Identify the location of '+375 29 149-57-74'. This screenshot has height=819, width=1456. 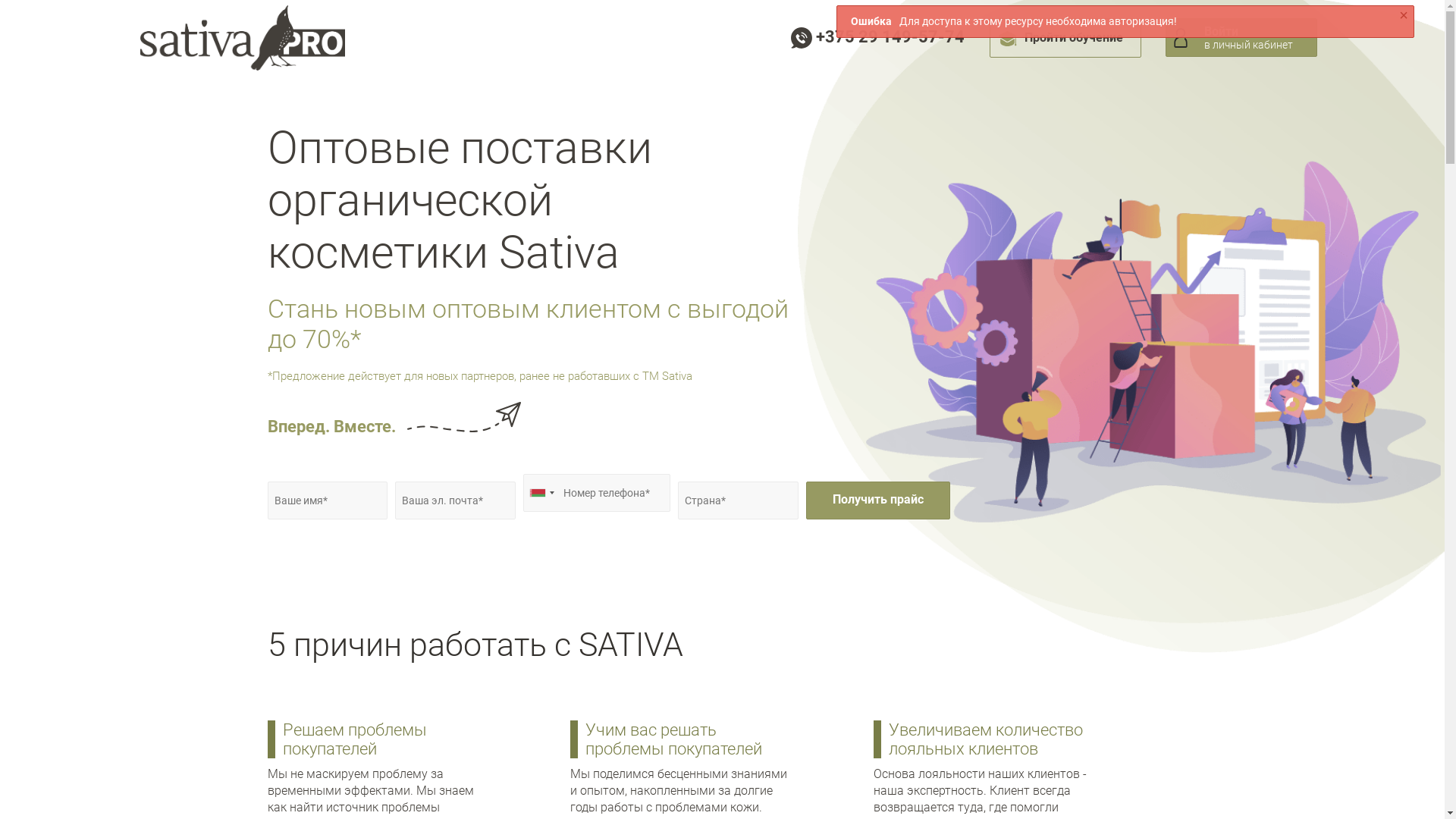
(877, 36).